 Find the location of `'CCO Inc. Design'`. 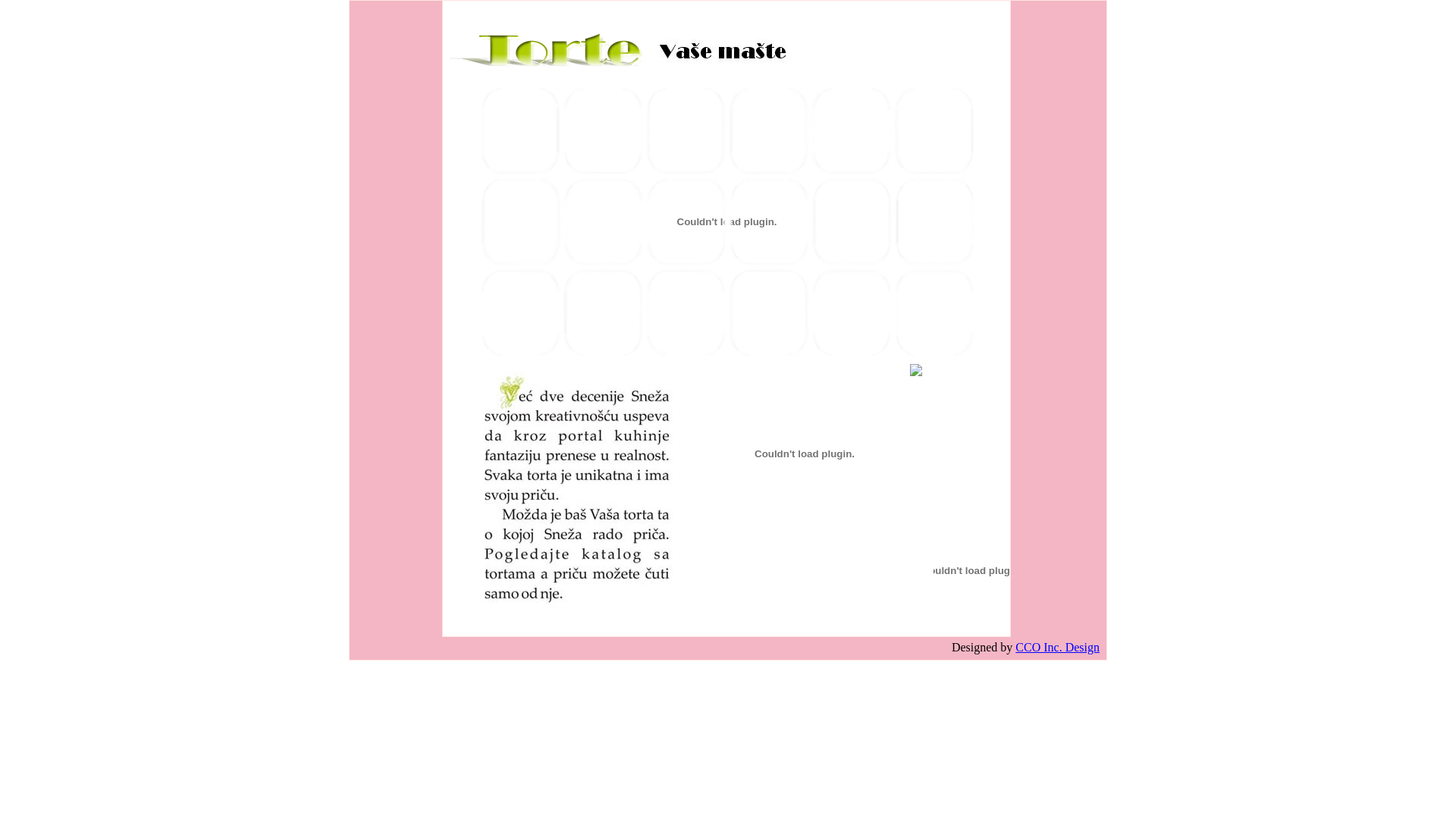

'CCO Inc. Design' is located at coordinates (1015, 647).